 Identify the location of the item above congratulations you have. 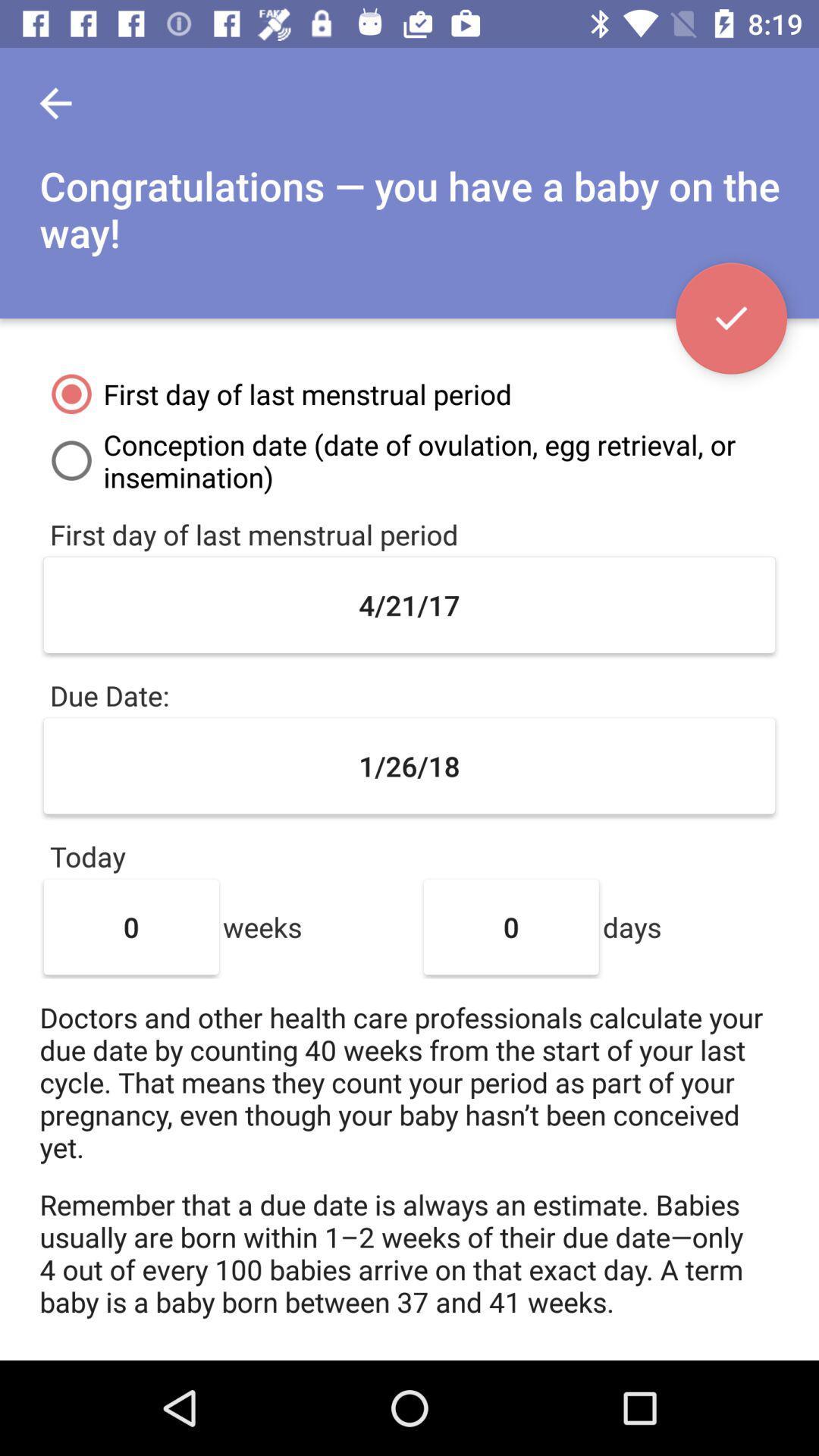
(55, 102).